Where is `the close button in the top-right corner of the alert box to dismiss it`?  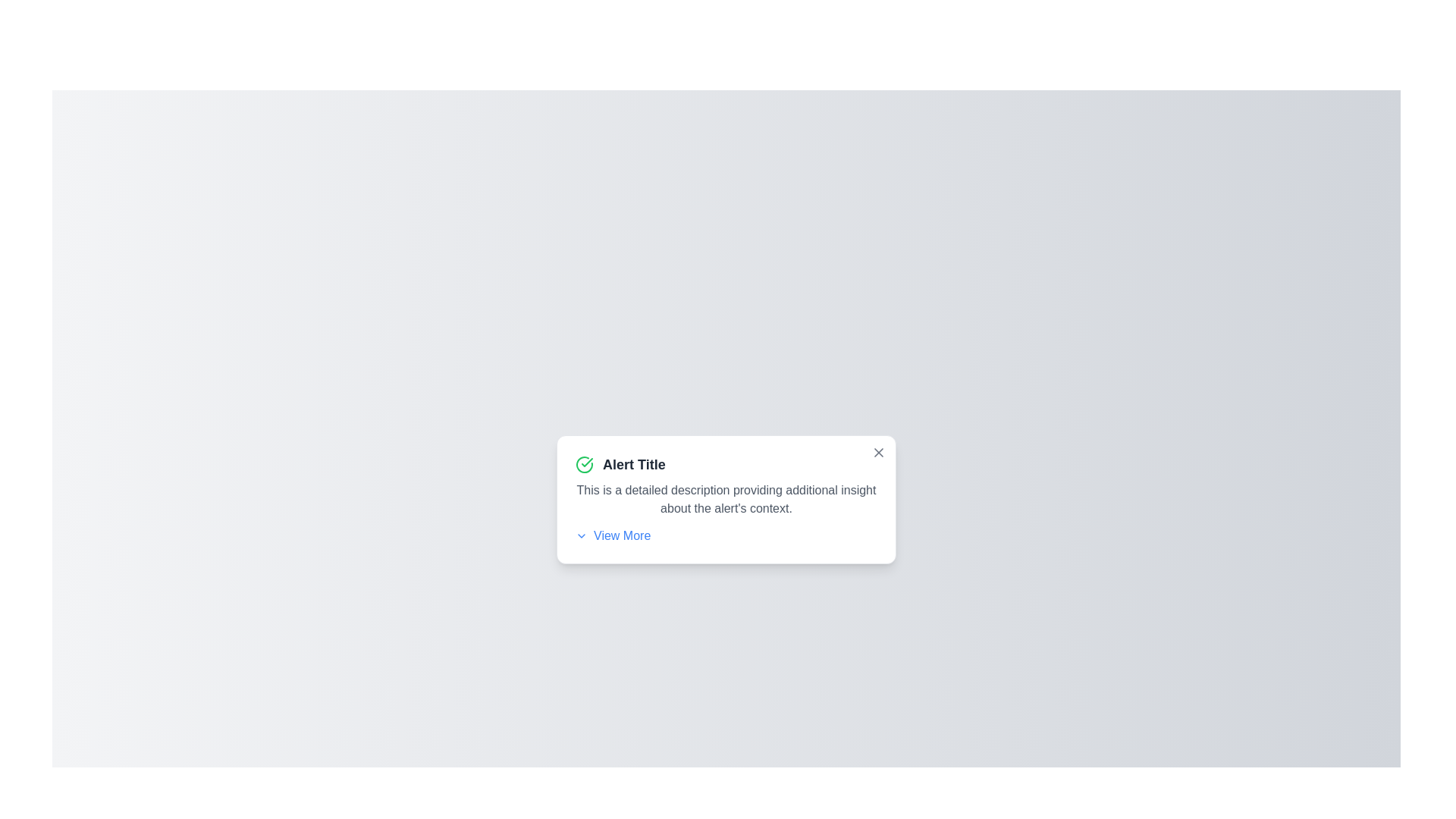 the close button in the top-right corner of the alert box to dismiss it is located at coordinates (878, 452).